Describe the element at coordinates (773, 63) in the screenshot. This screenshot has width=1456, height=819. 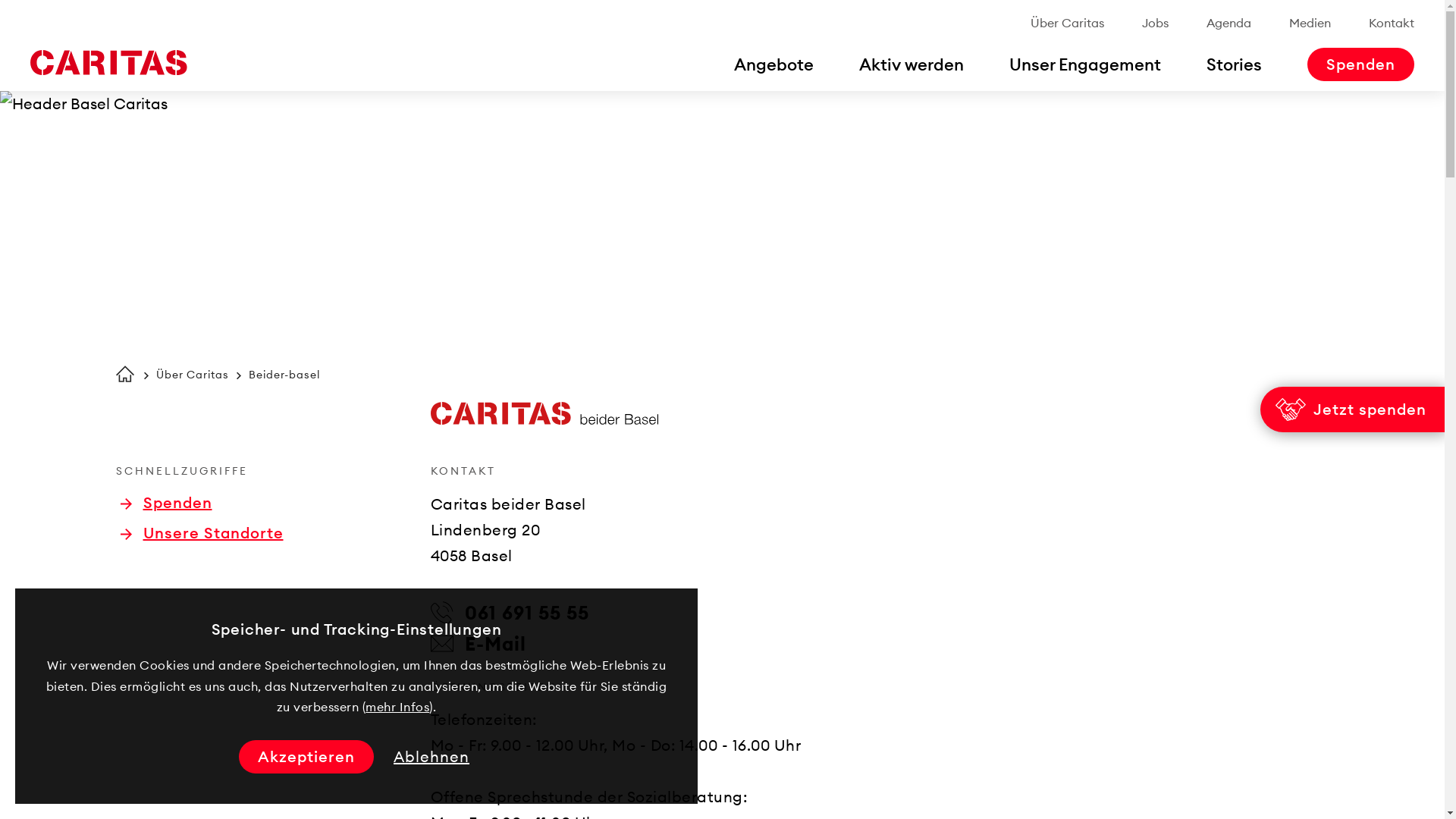
I see `'Angebote'` at that location.